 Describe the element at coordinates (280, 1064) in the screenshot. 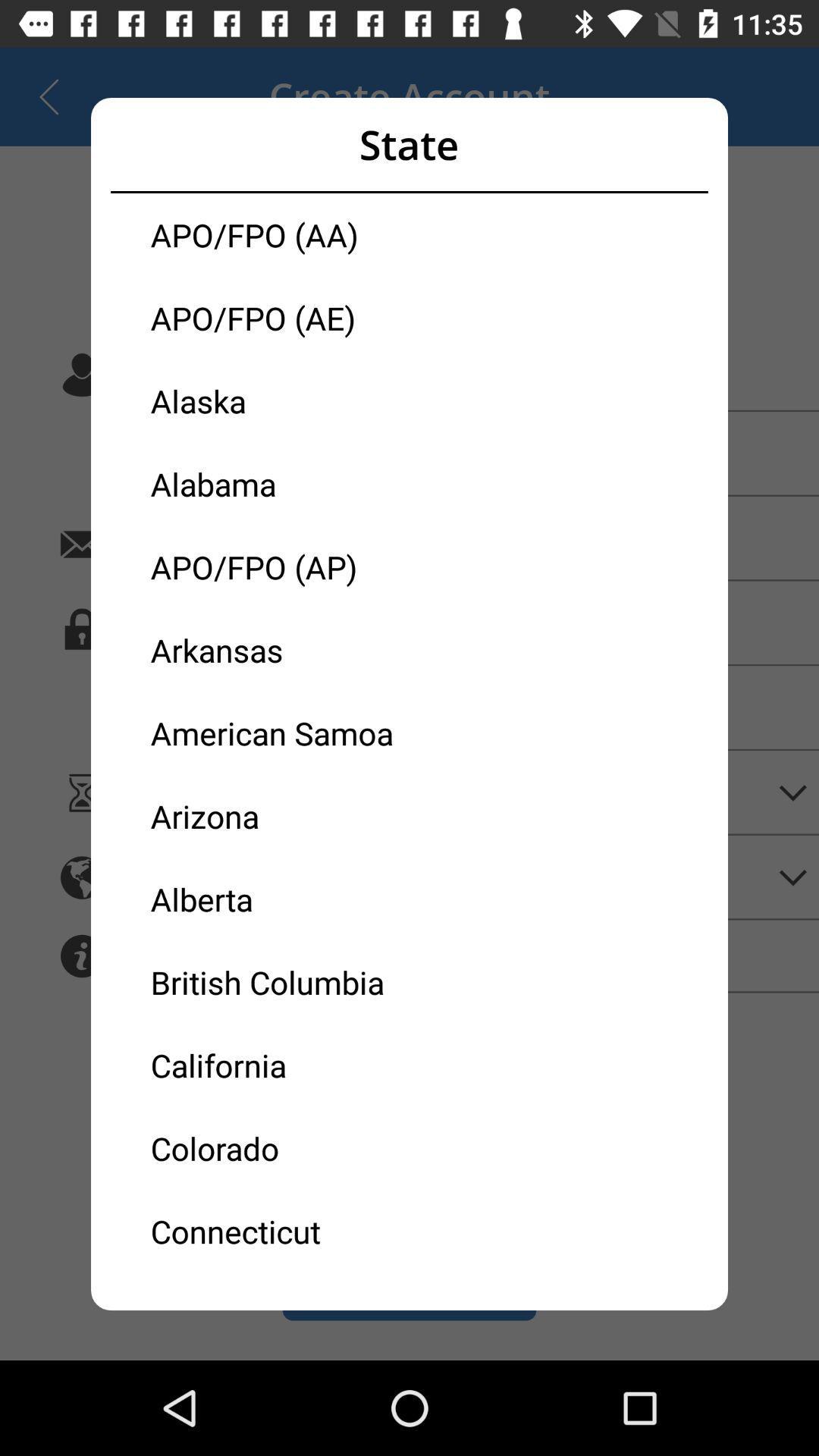

I see `california icon` at that location.